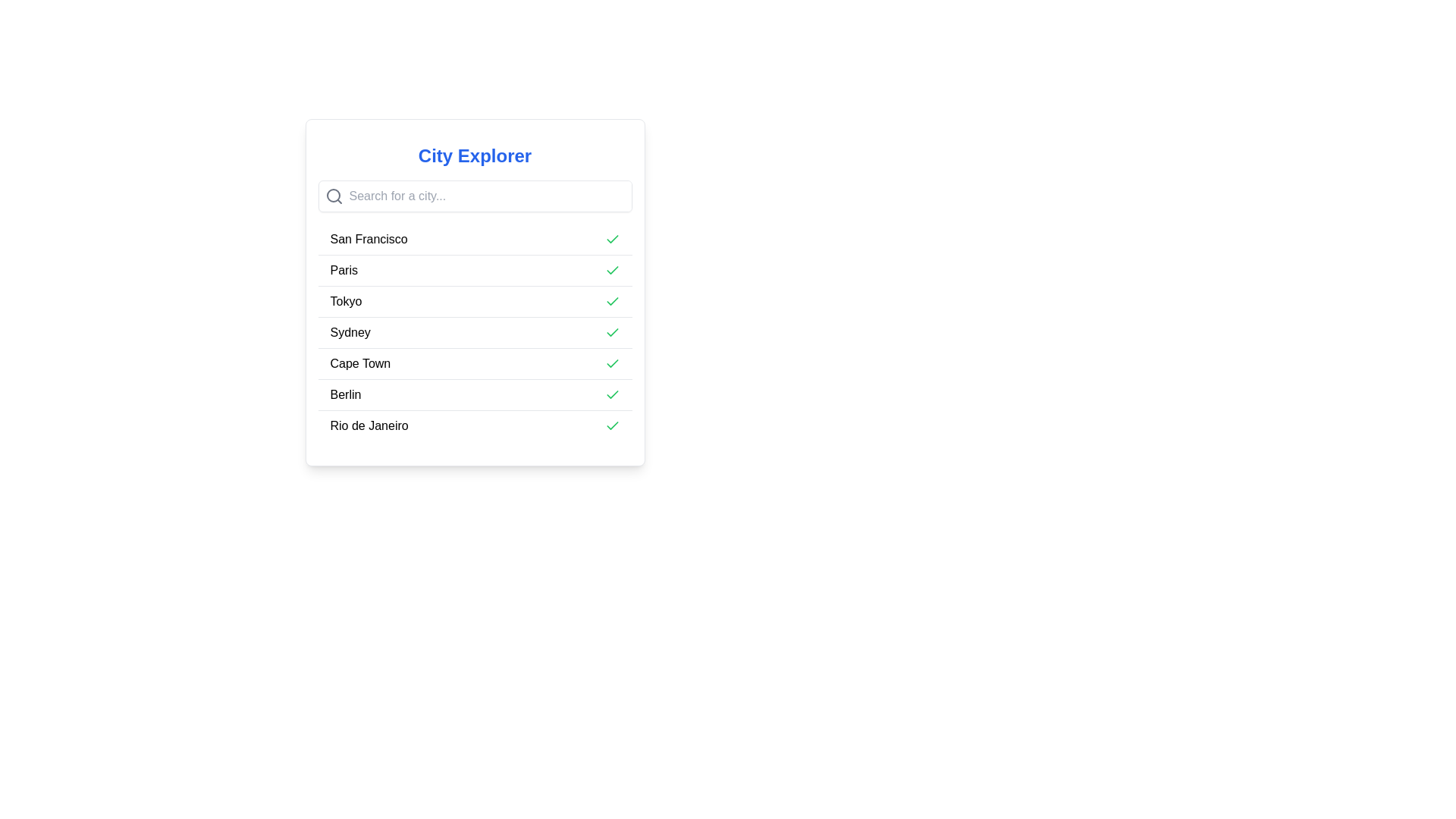 Image resolution: width=1456 pixels, height=819 pixels. Describe the element at coordinates (612, 331) in the screenshot. I see `the green checkmark icon located to the right of the 'Sydney' text row in the list, which is centered vertically with respect to this row` at that location.